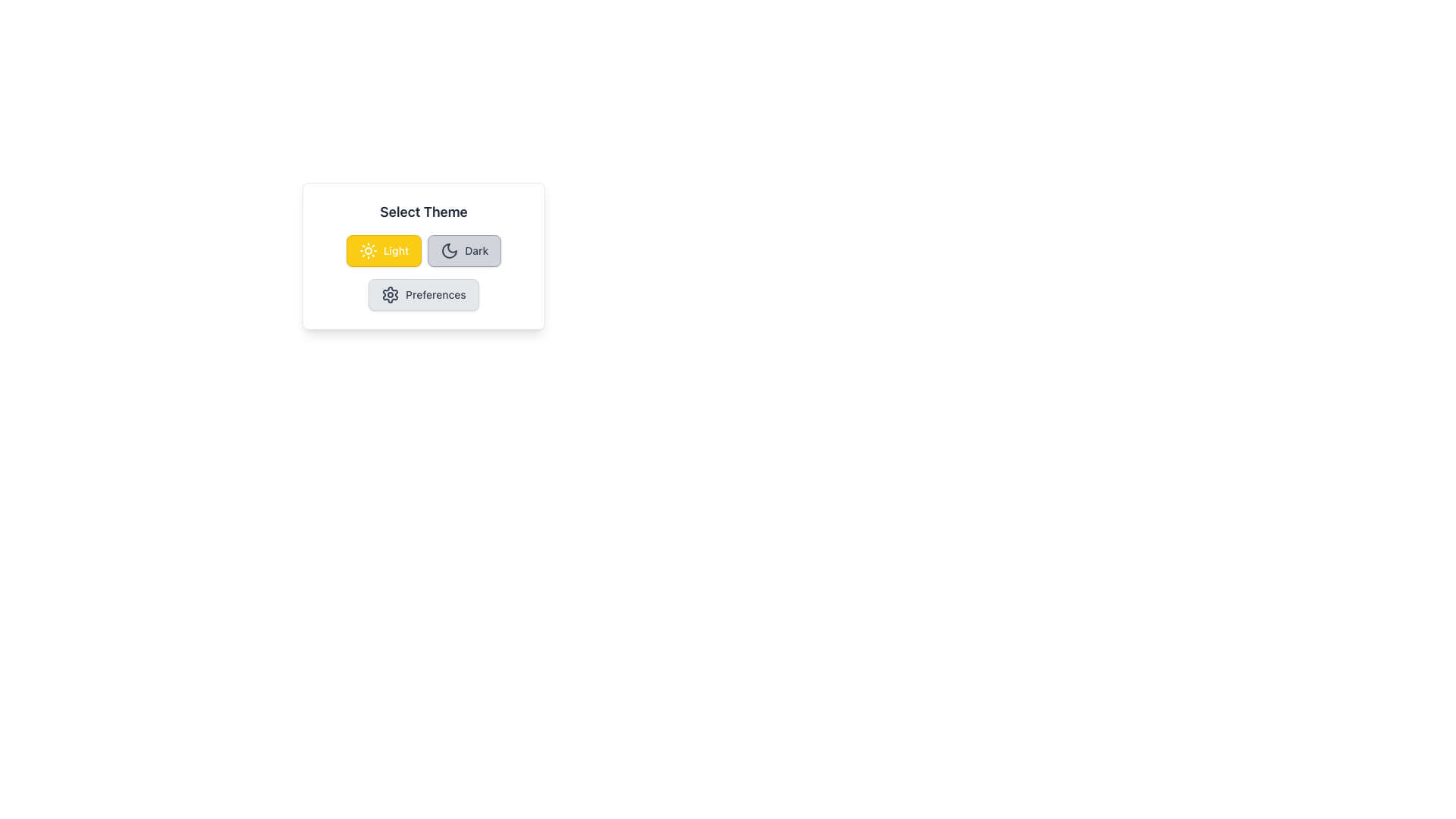 The height and width of the screenshot is (819, 1456). Describe the element at coordinates (390, 295) in the screenshot. I see `the gear-shaped icon element below the 'Select Theme' heading` at that location.